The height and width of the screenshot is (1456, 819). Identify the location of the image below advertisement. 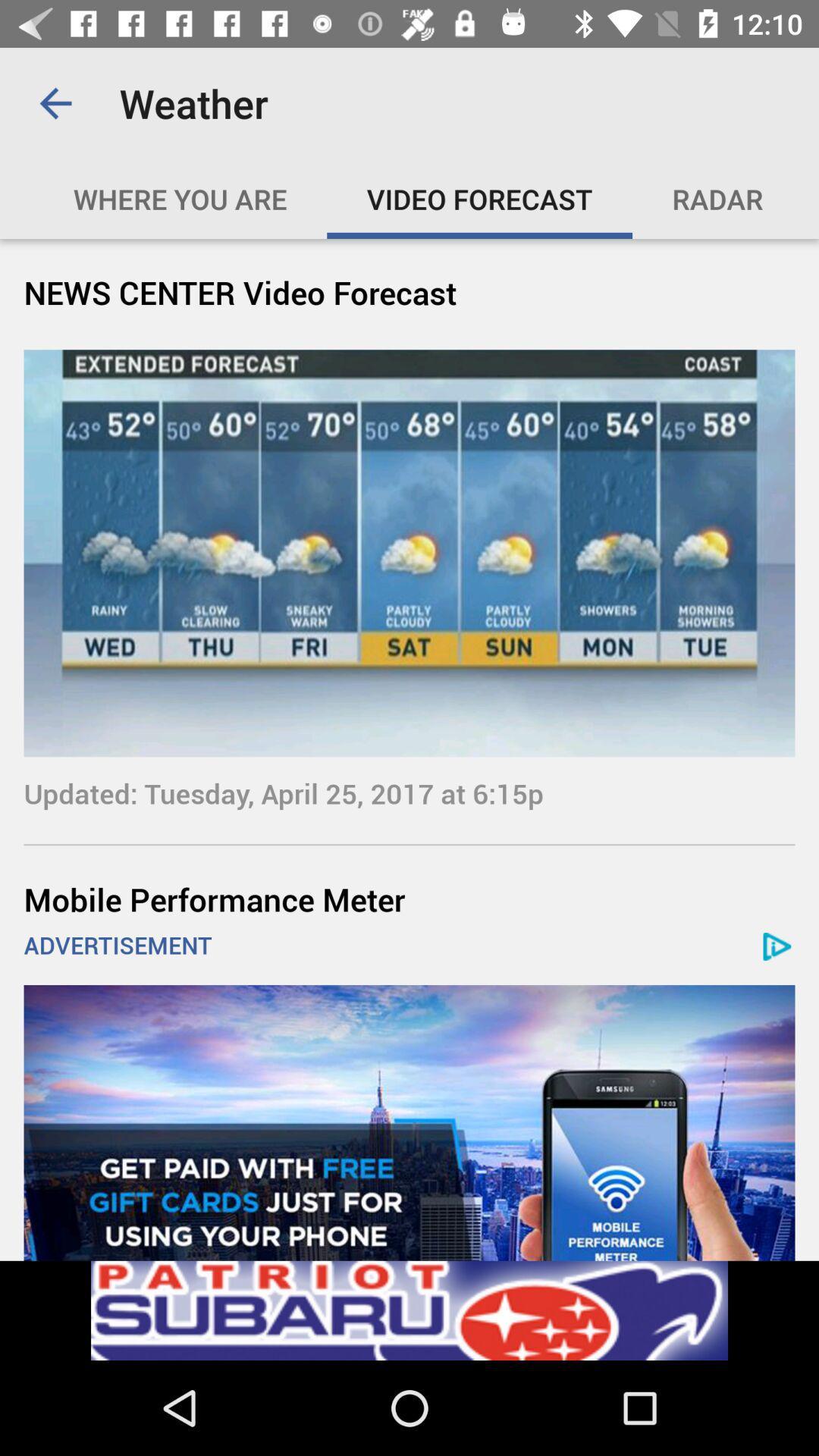
(409, 1123).